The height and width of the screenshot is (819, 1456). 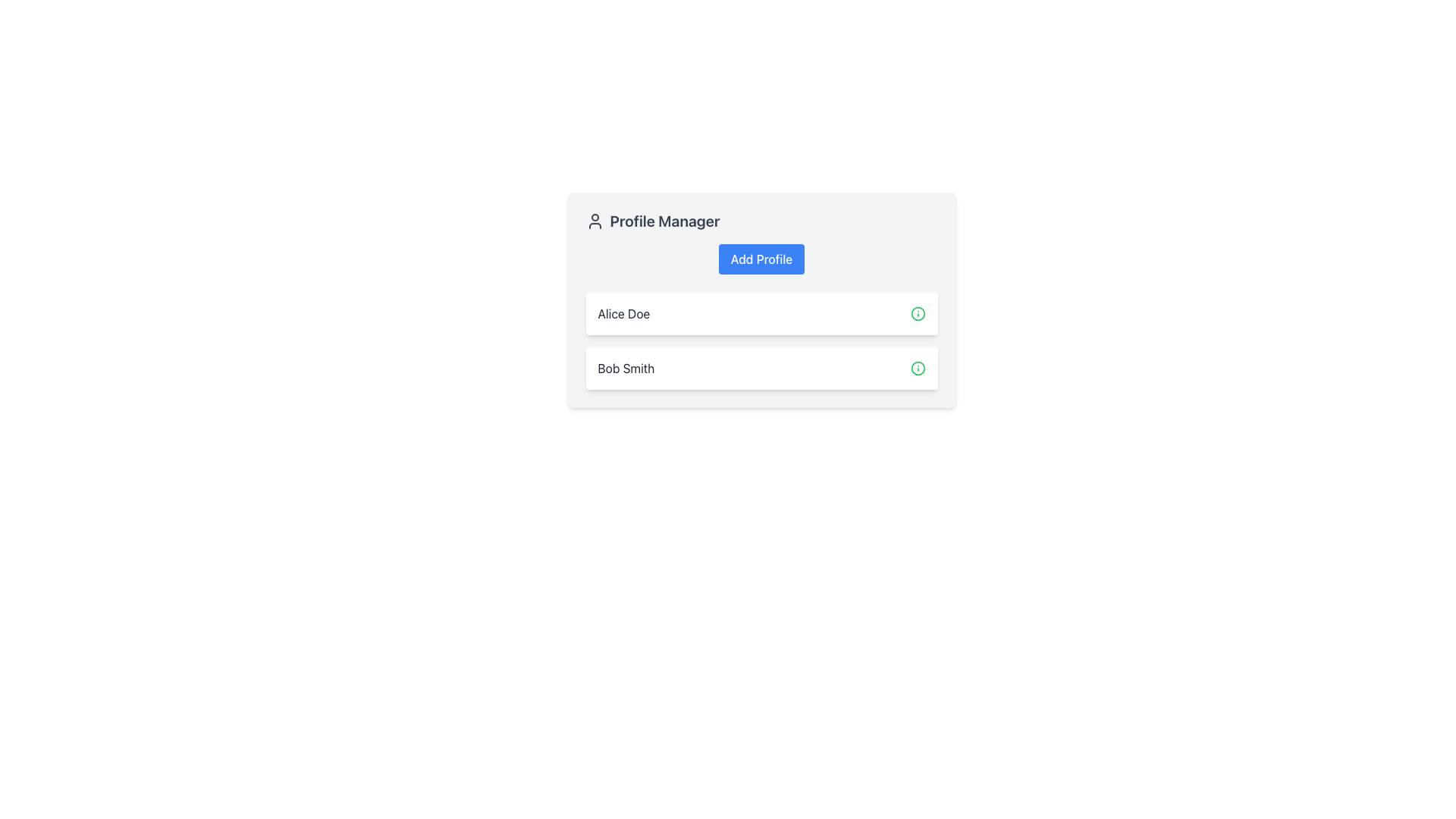 I want to click on the Text Label displaying 'Bob Smith', which serves as an identifier in the profile list, so click(x=626, y=369).